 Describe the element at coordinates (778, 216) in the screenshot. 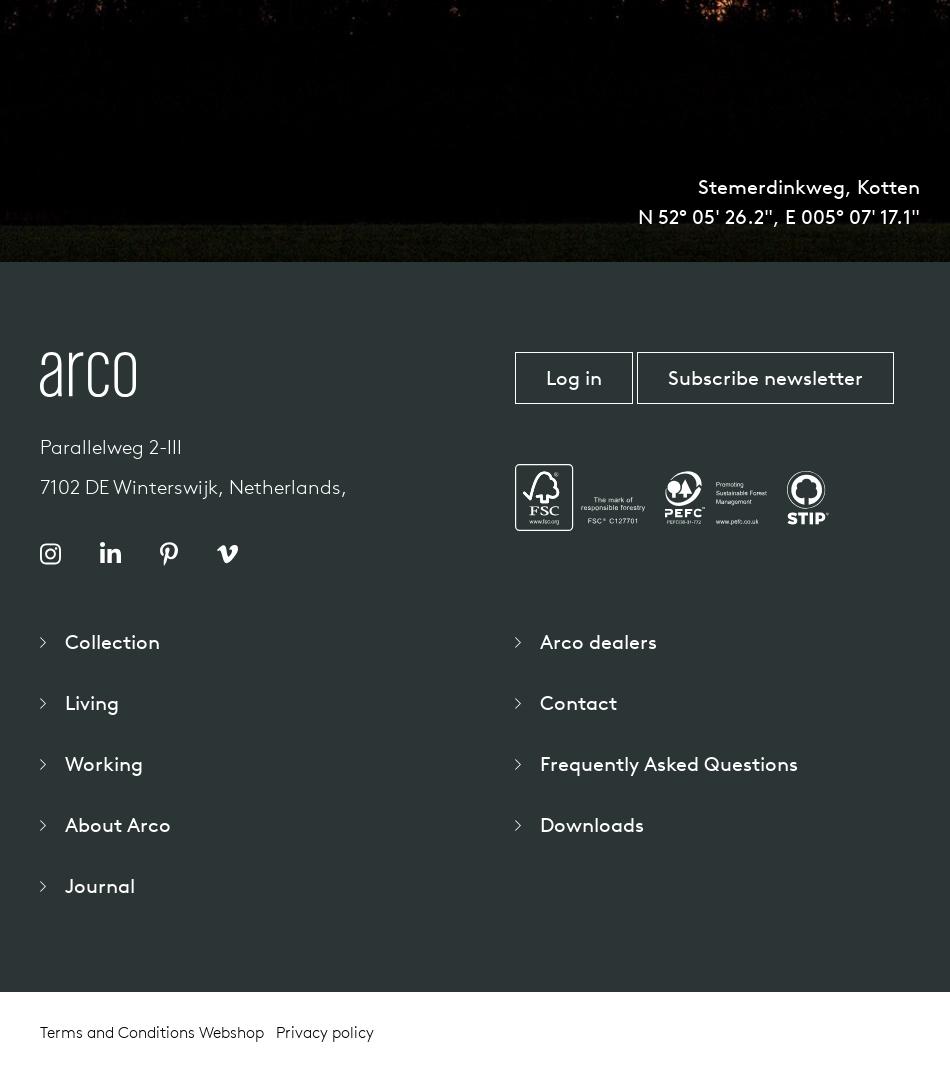

I see `'N 52° 05' 26.2", E 005° 07' 17.1"'` at that location.